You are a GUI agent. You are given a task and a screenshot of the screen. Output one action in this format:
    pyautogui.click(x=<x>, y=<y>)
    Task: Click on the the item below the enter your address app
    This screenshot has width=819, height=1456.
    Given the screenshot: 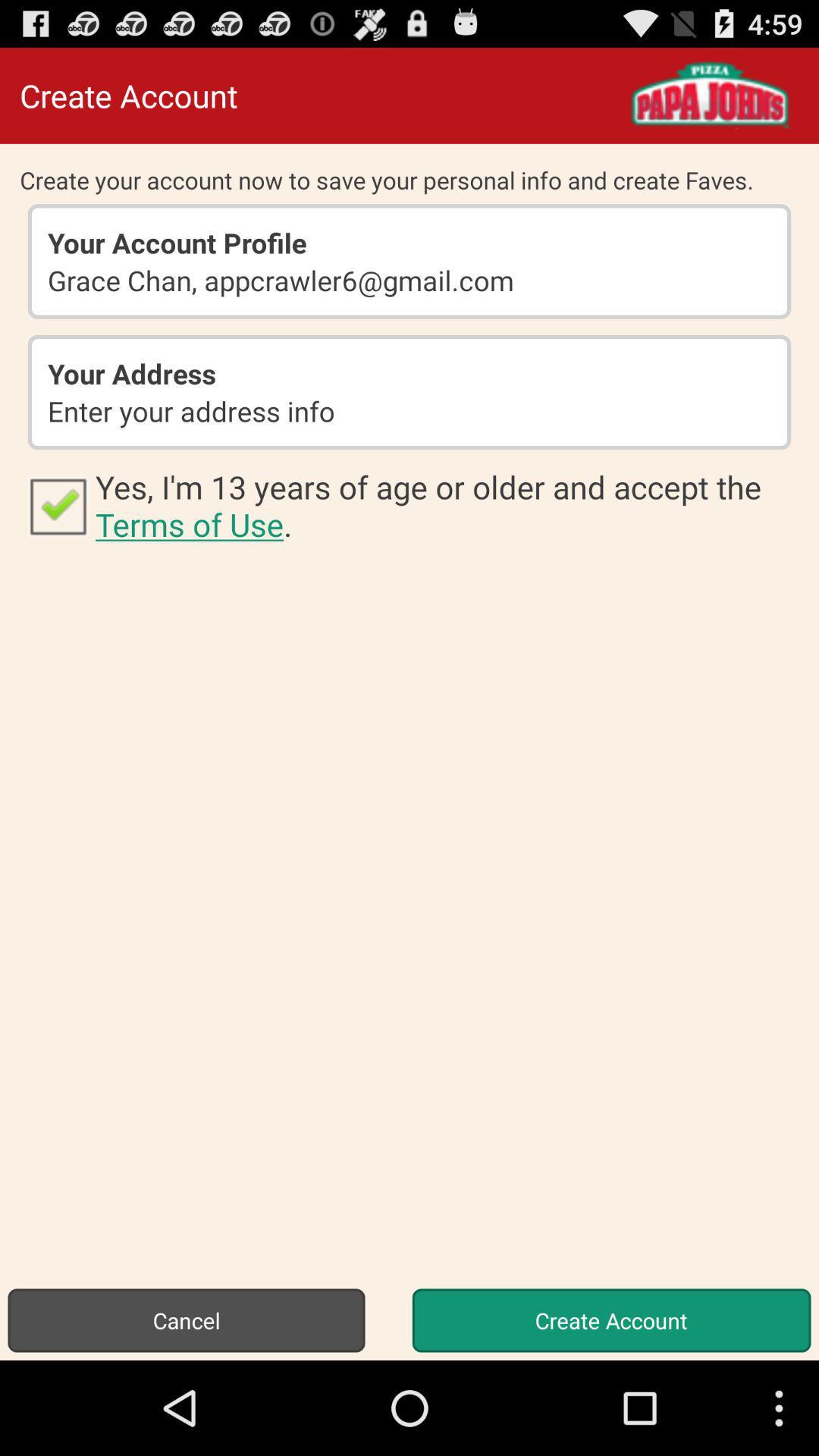 What is the action you would take?
    pyautogui.click(x=446, y=505)
    